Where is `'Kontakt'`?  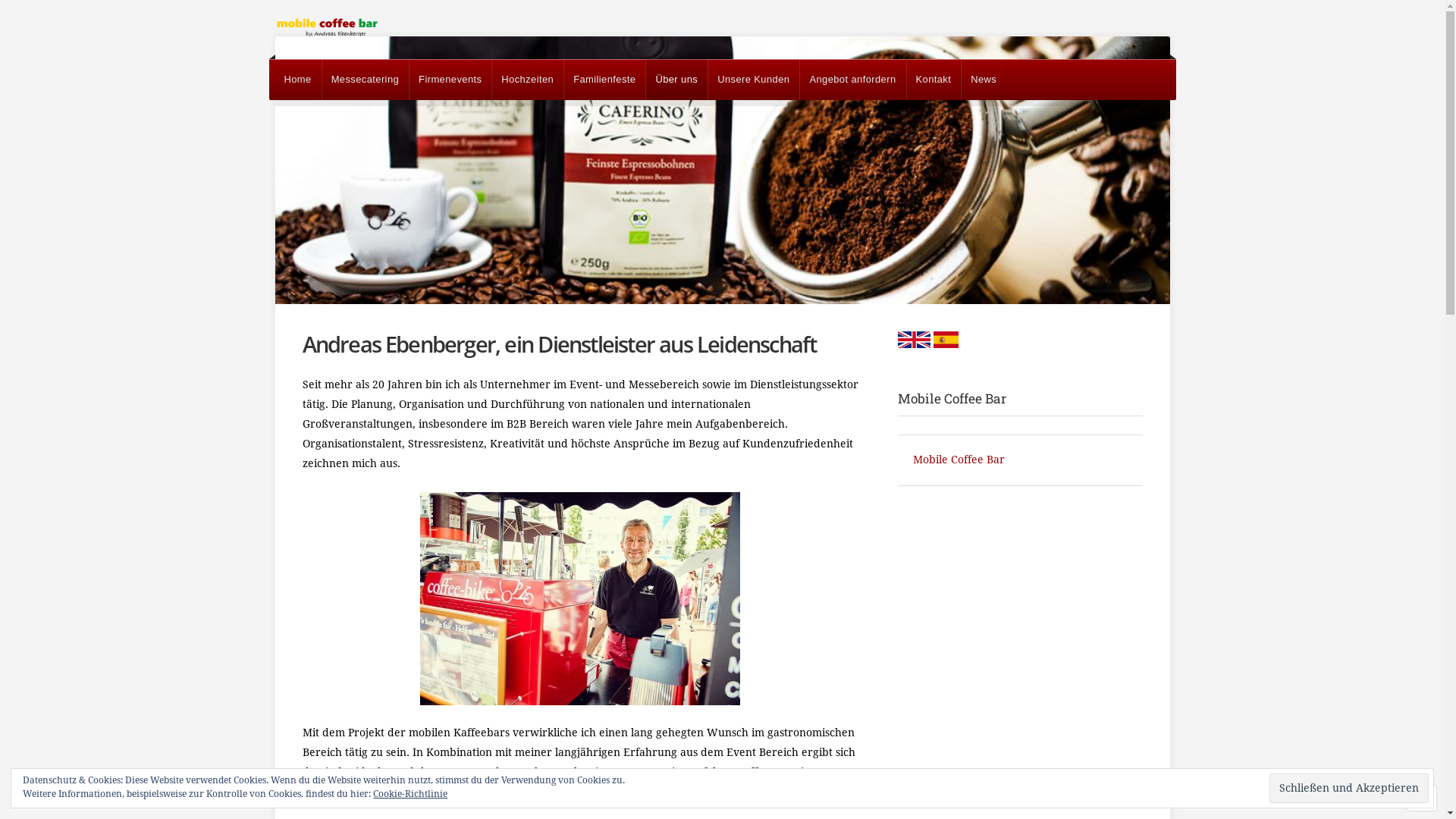
'Kontakt' is located at coordinates (906, 79).